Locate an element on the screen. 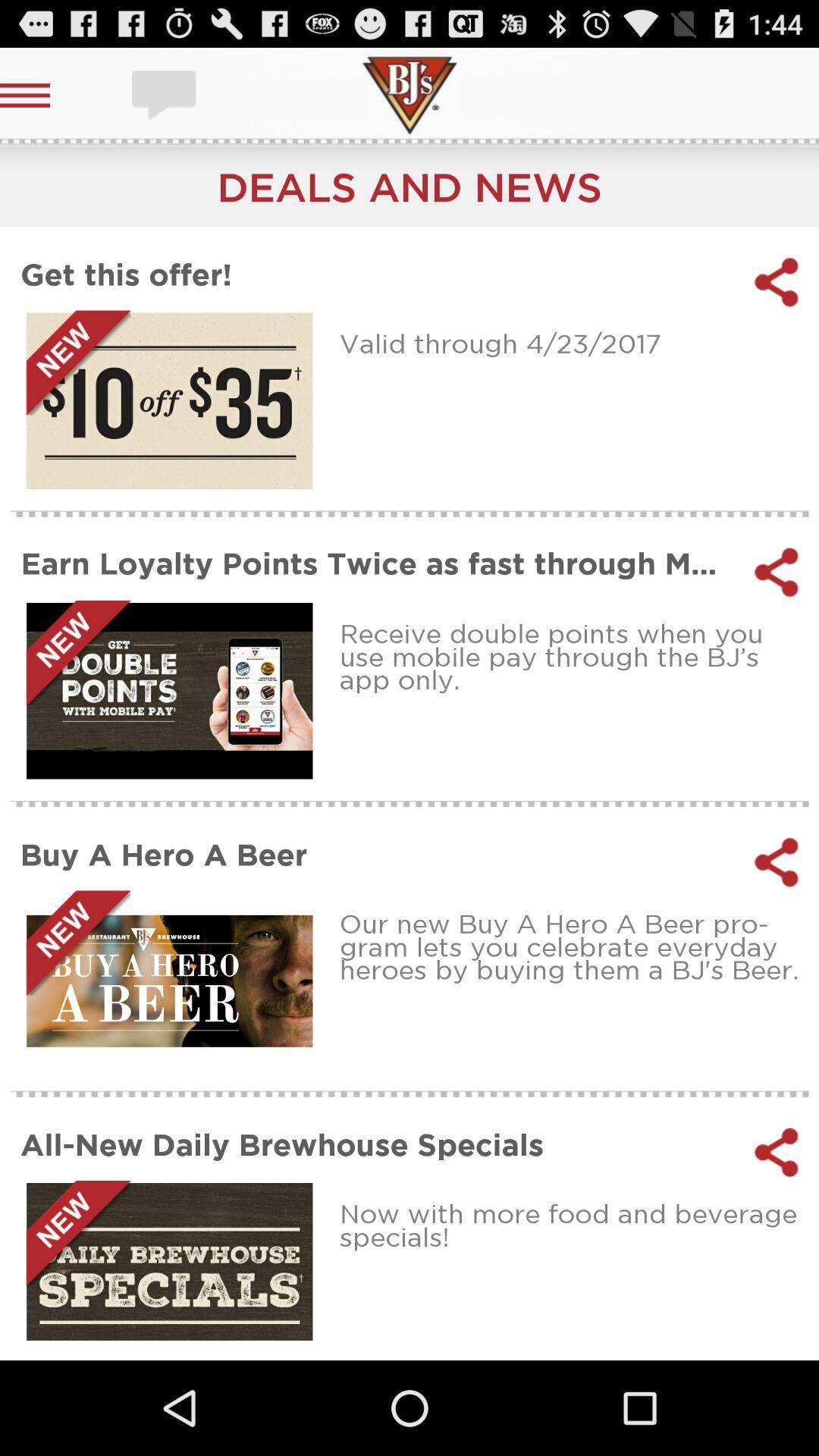 Image resolution: width=819 pixels, height=1456 pixels. receive double points app is located at coordinates (574, 657).